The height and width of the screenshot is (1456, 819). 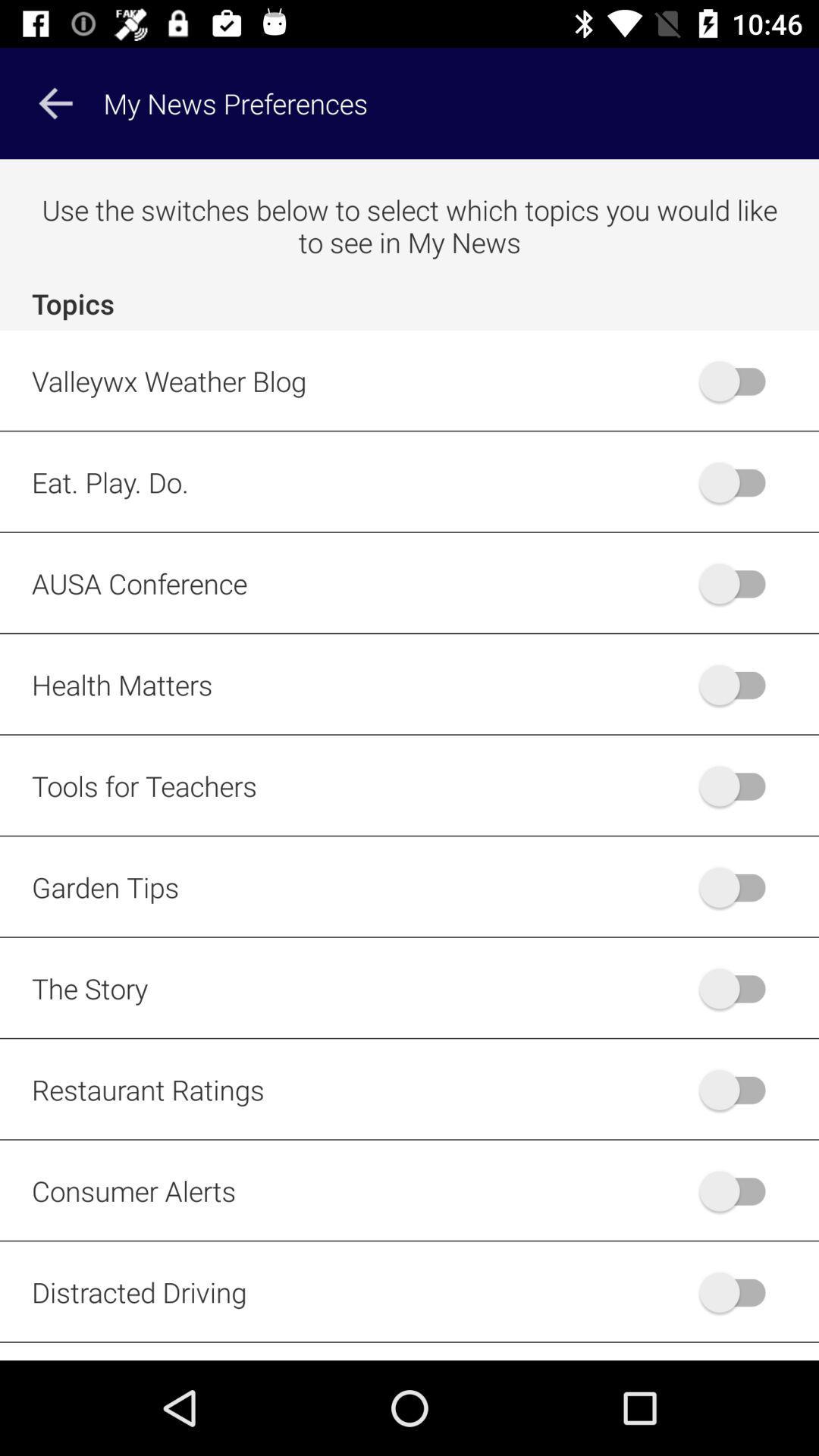 I want to click on the arrow_backward icon, so click(x=55, y=102).